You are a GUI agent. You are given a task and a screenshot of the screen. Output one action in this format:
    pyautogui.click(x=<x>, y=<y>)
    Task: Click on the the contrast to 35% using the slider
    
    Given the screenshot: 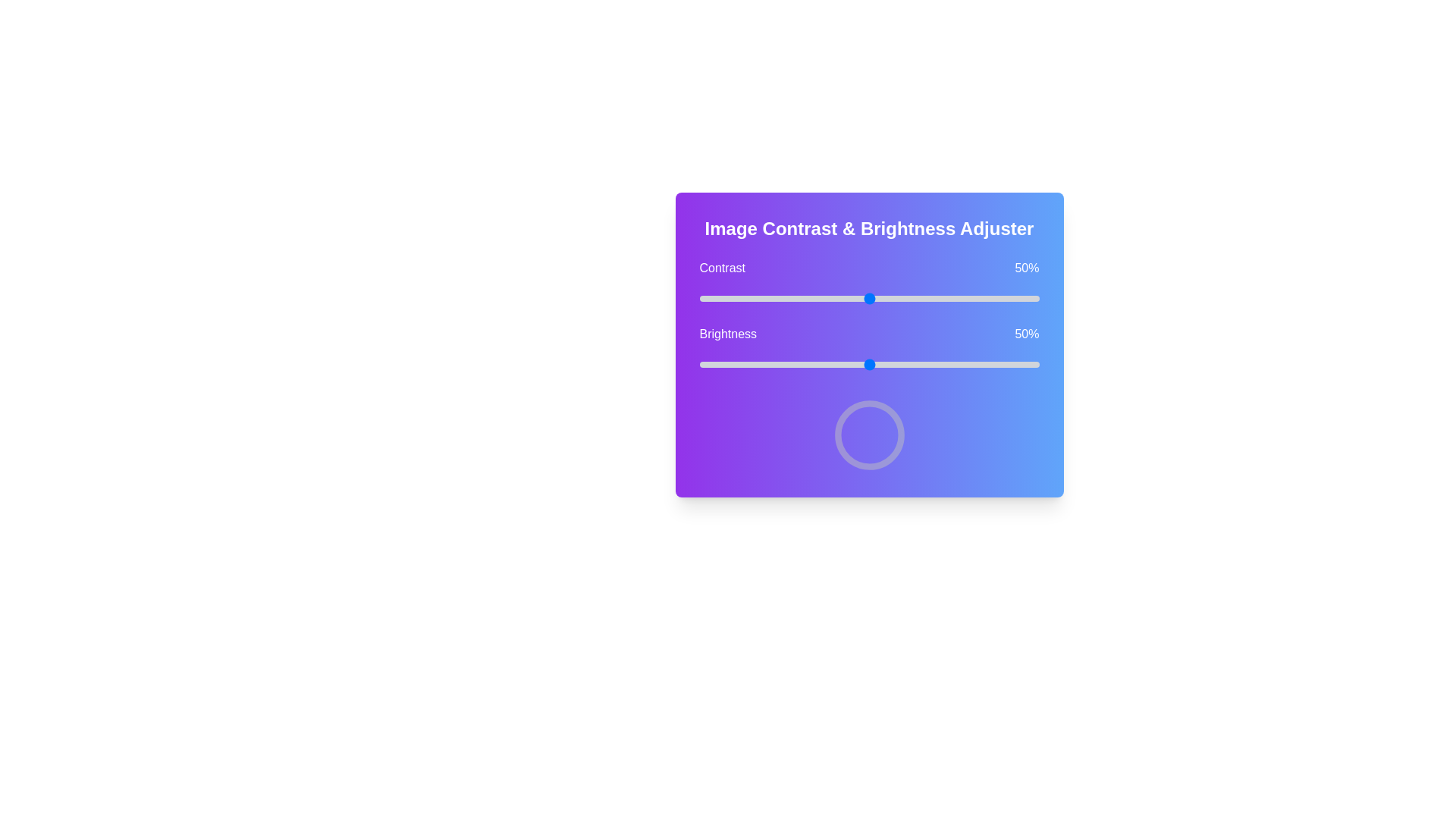 What is the action you would take?
    pyautogui.click(x=817, y=298)
    